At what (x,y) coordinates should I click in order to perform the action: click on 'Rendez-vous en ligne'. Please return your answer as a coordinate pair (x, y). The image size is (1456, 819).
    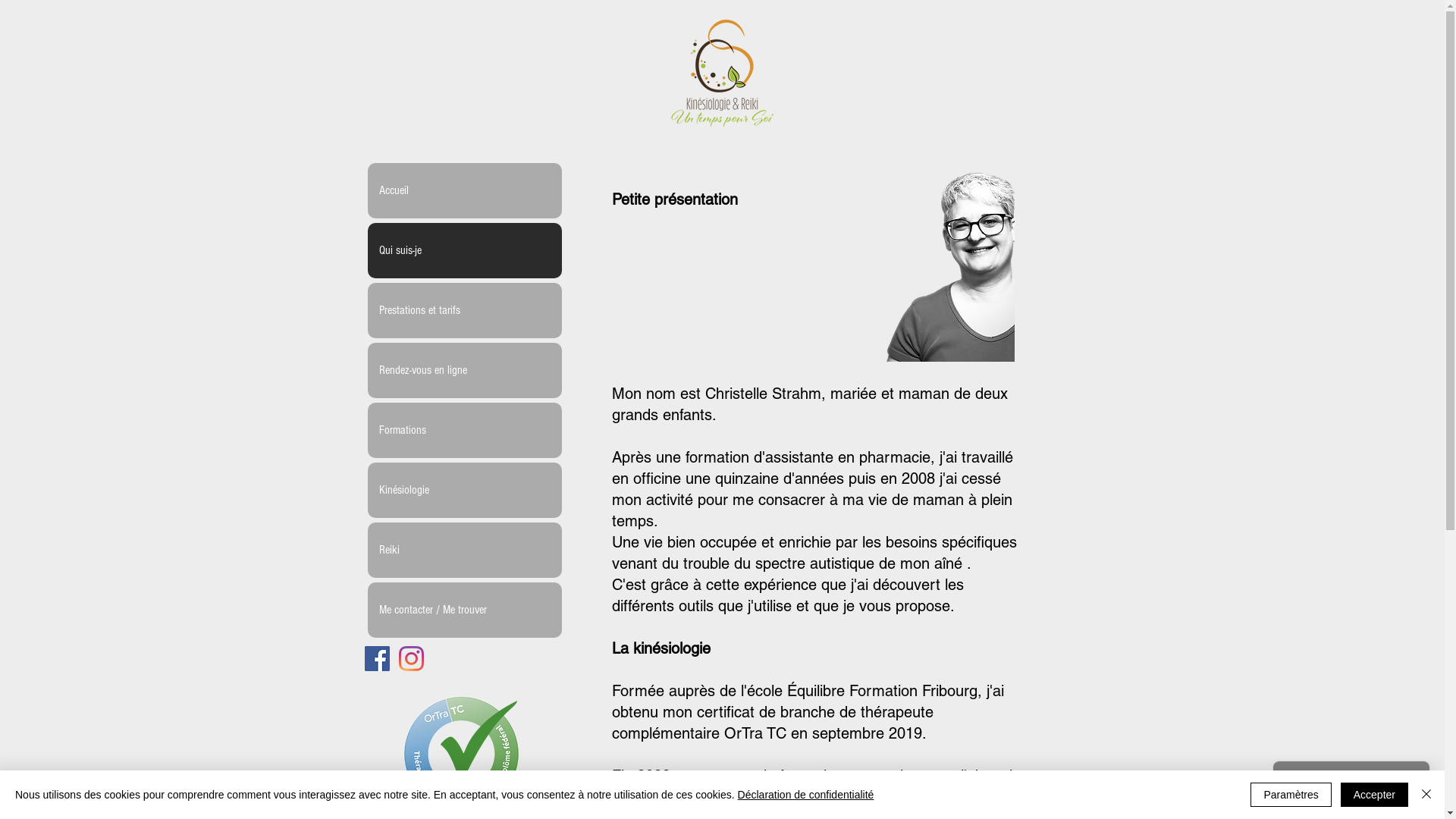
    Looking at the image, I should click on (463, 370).